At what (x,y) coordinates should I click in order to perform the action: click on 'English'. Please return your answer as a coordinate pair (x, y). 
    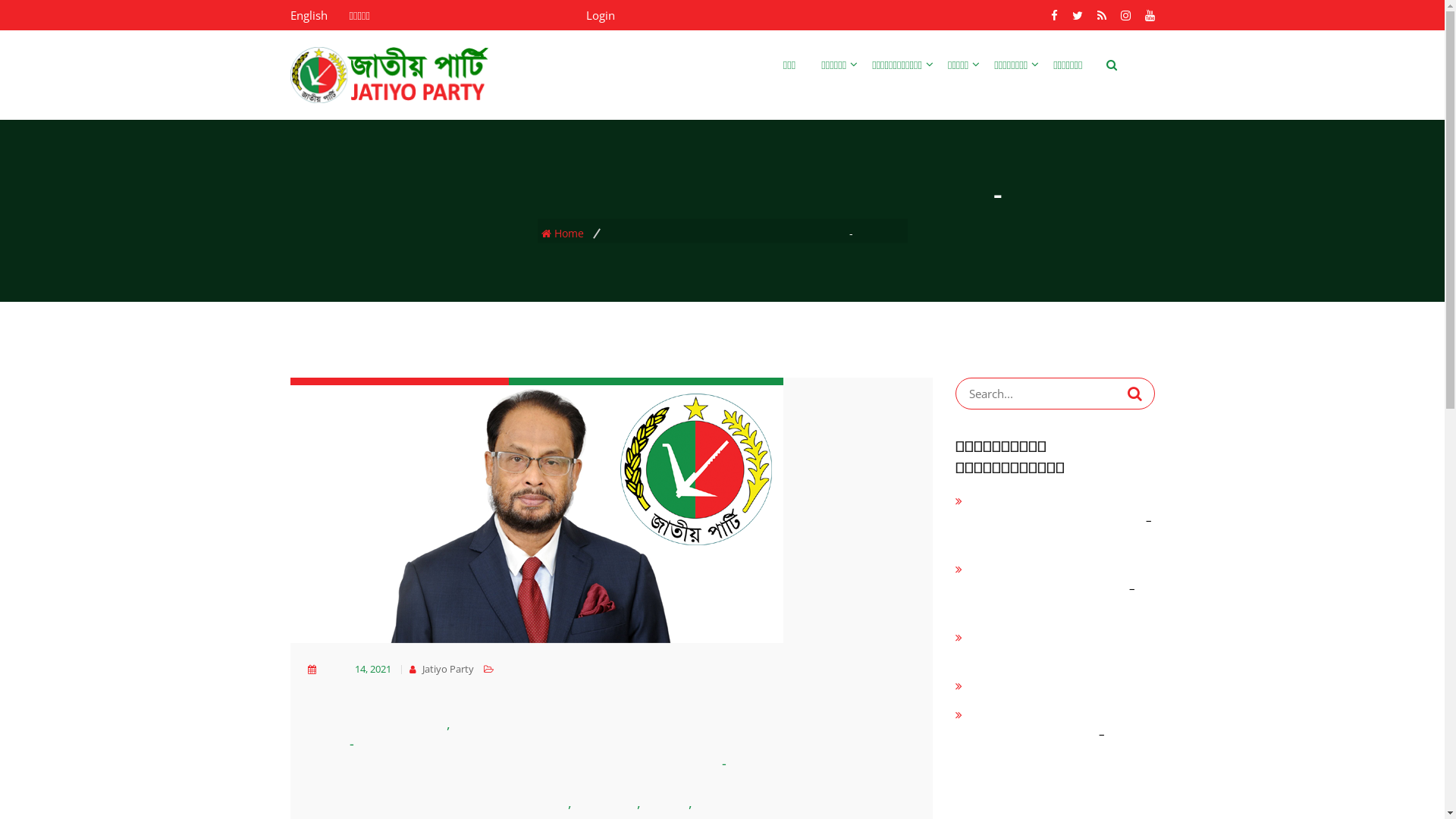
    Looking at the image, I should click on (290, 14).